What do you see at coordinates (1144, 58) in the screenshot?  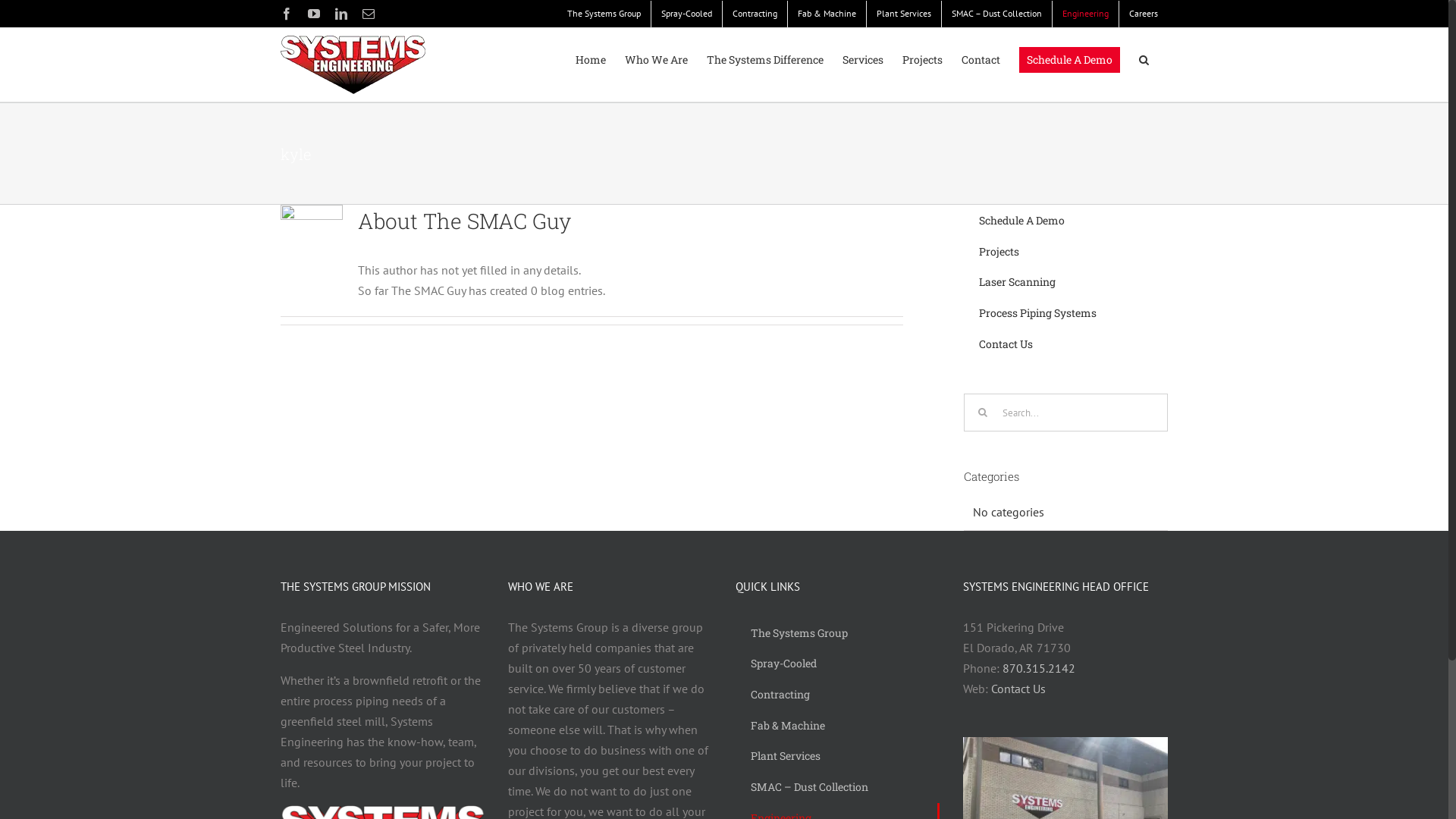 I see `'Search'` at bounding box center [1144, 58].